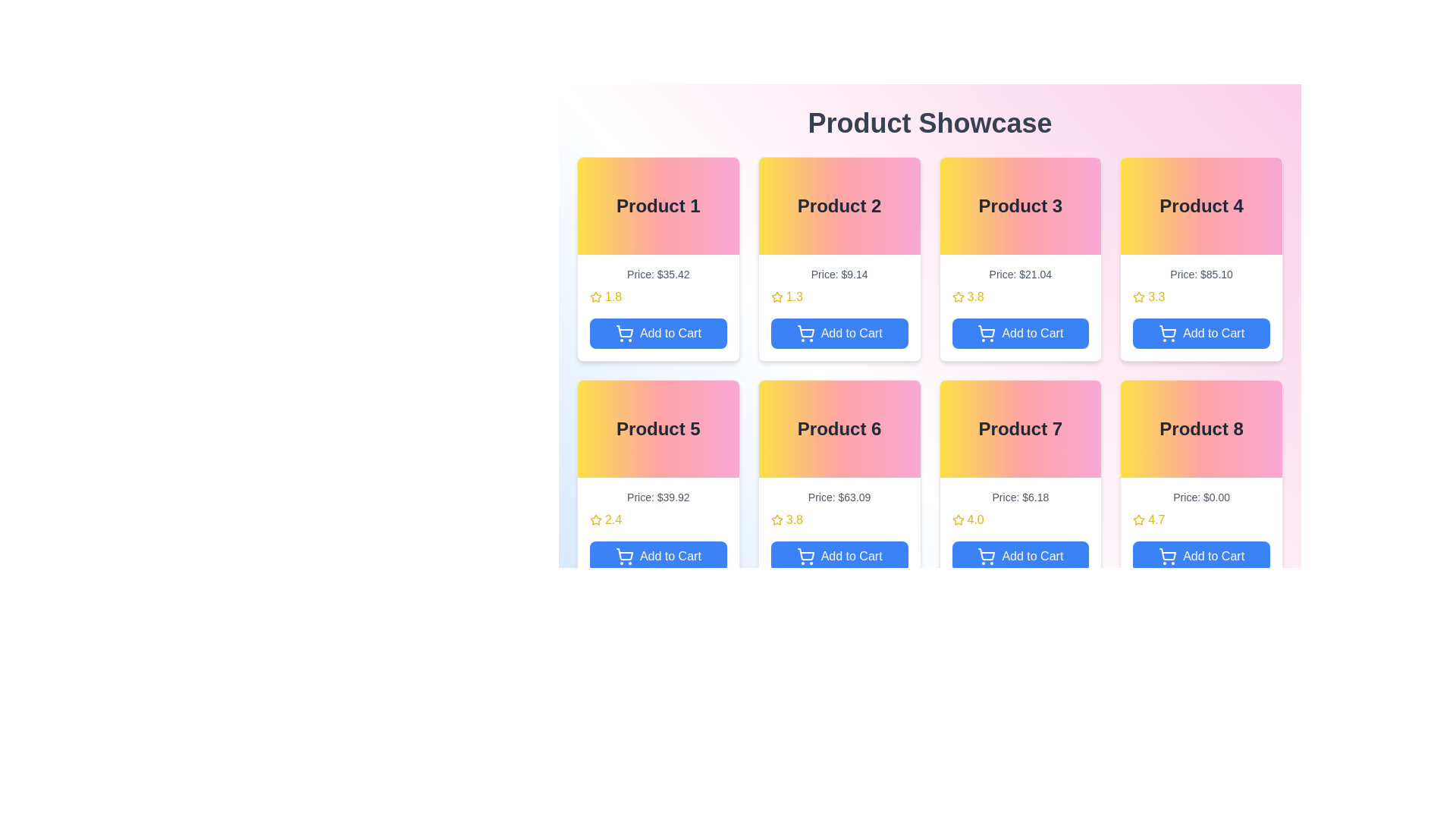 The image size is (1456, 819). I want to click on the text label displaying the product name located in the top-right corner of the first row of the product grid, which is above the product price and rating details, so click(1200, 206).